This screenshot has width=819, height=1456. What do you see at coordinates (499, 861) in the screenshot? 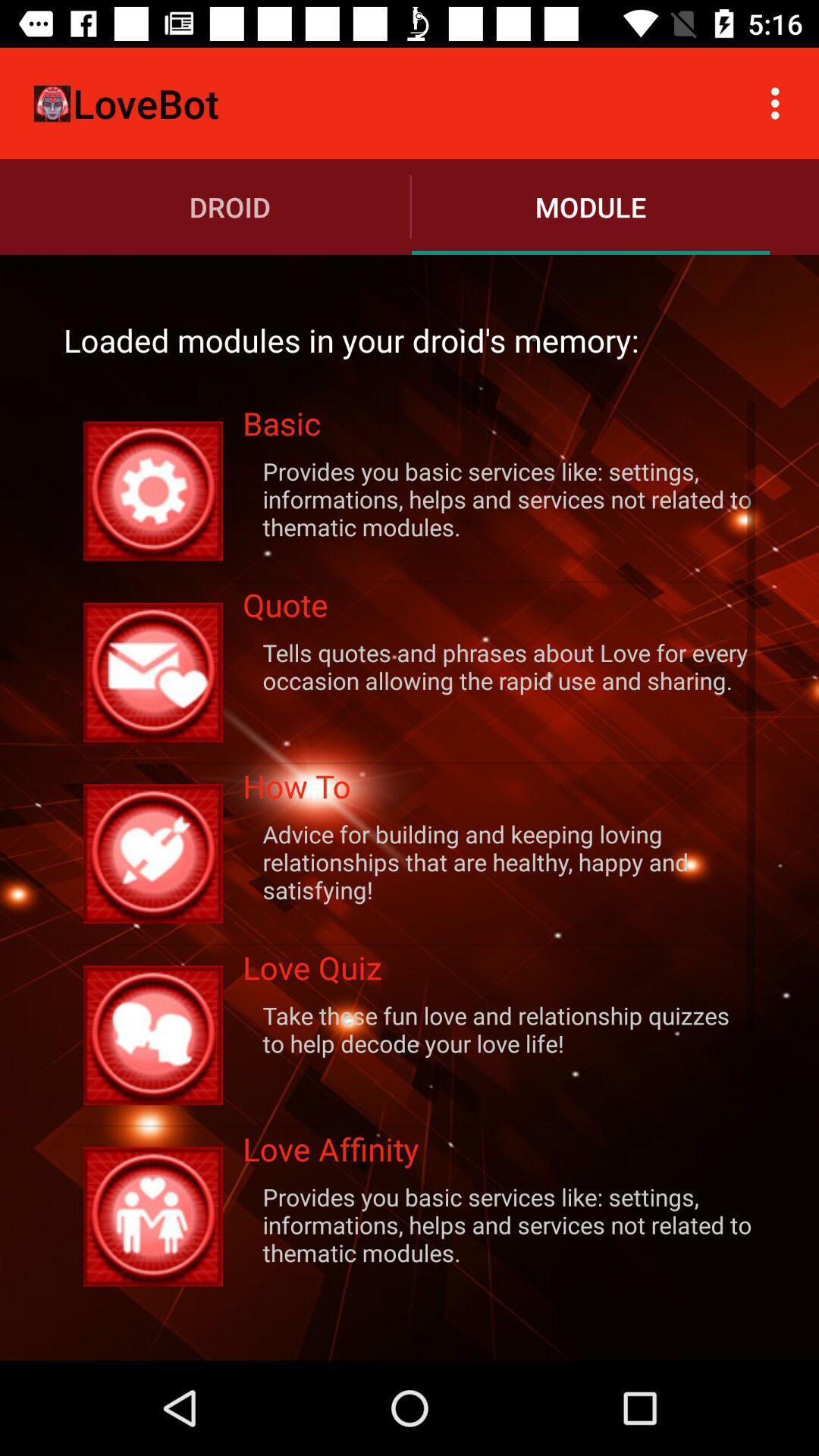
I see `the advice for building icon` at bounding box center [499, 861].